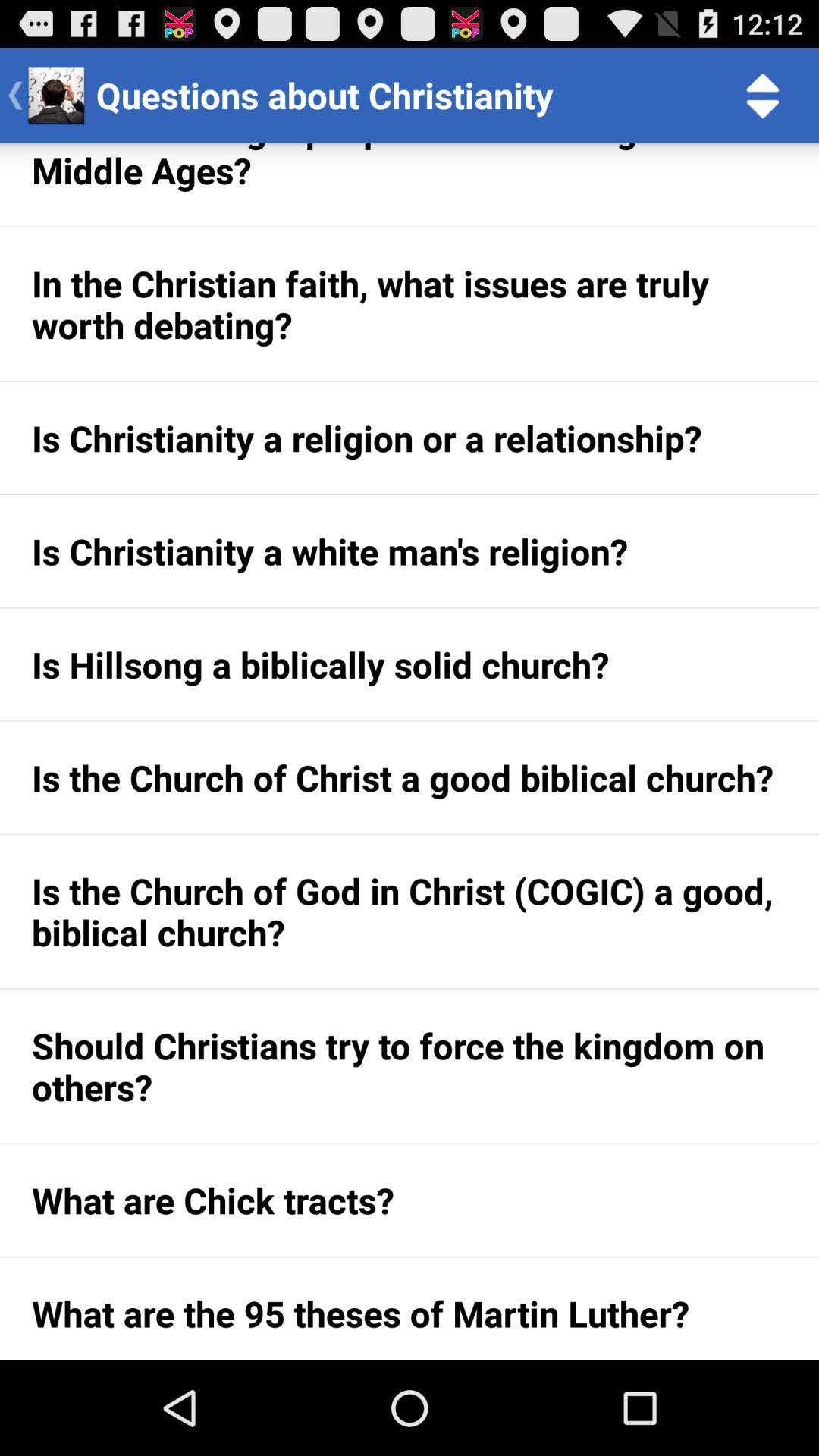 The width and height of the screenshot is (819, 1456). Describe the element at coordinates (409, 184) in the screenshot. I see `the how was the app` at that location.